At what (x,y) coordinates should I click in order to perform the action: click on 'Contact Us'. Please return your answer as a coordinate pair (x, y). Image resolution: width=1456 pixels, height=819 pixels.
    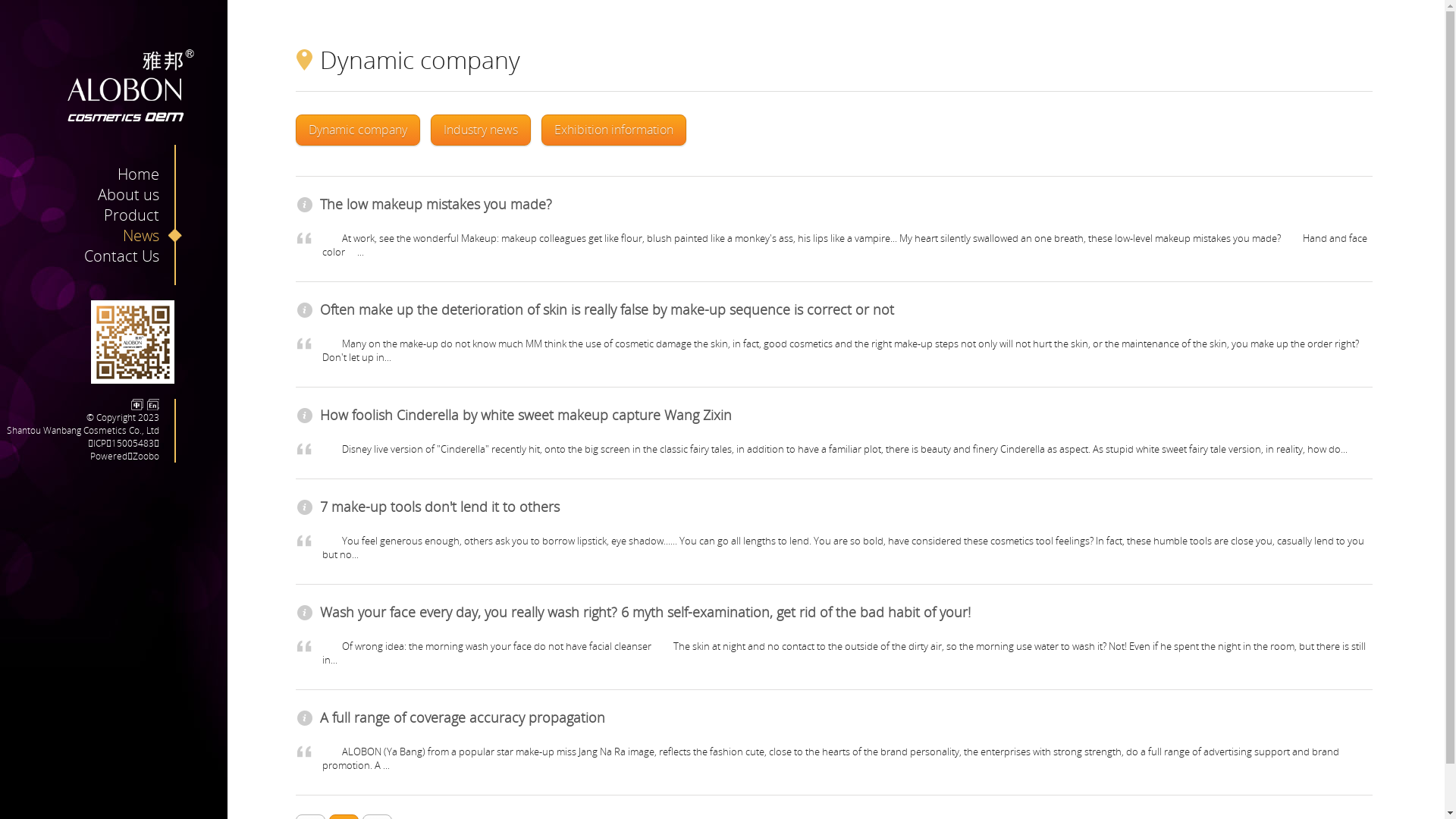
    Looking at the image, I should click on (133, 255).